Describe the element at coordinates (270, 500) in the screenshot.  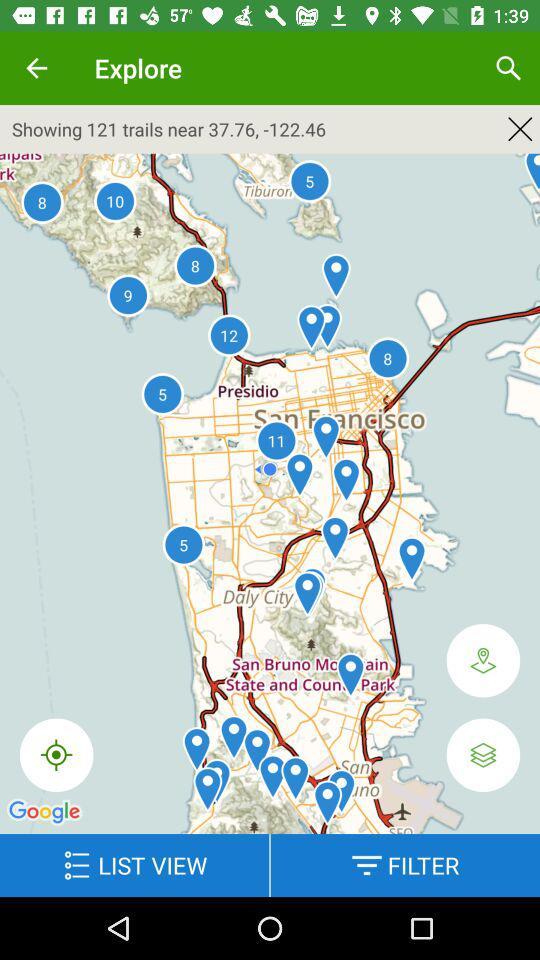
I see `icon at the center` at that location.